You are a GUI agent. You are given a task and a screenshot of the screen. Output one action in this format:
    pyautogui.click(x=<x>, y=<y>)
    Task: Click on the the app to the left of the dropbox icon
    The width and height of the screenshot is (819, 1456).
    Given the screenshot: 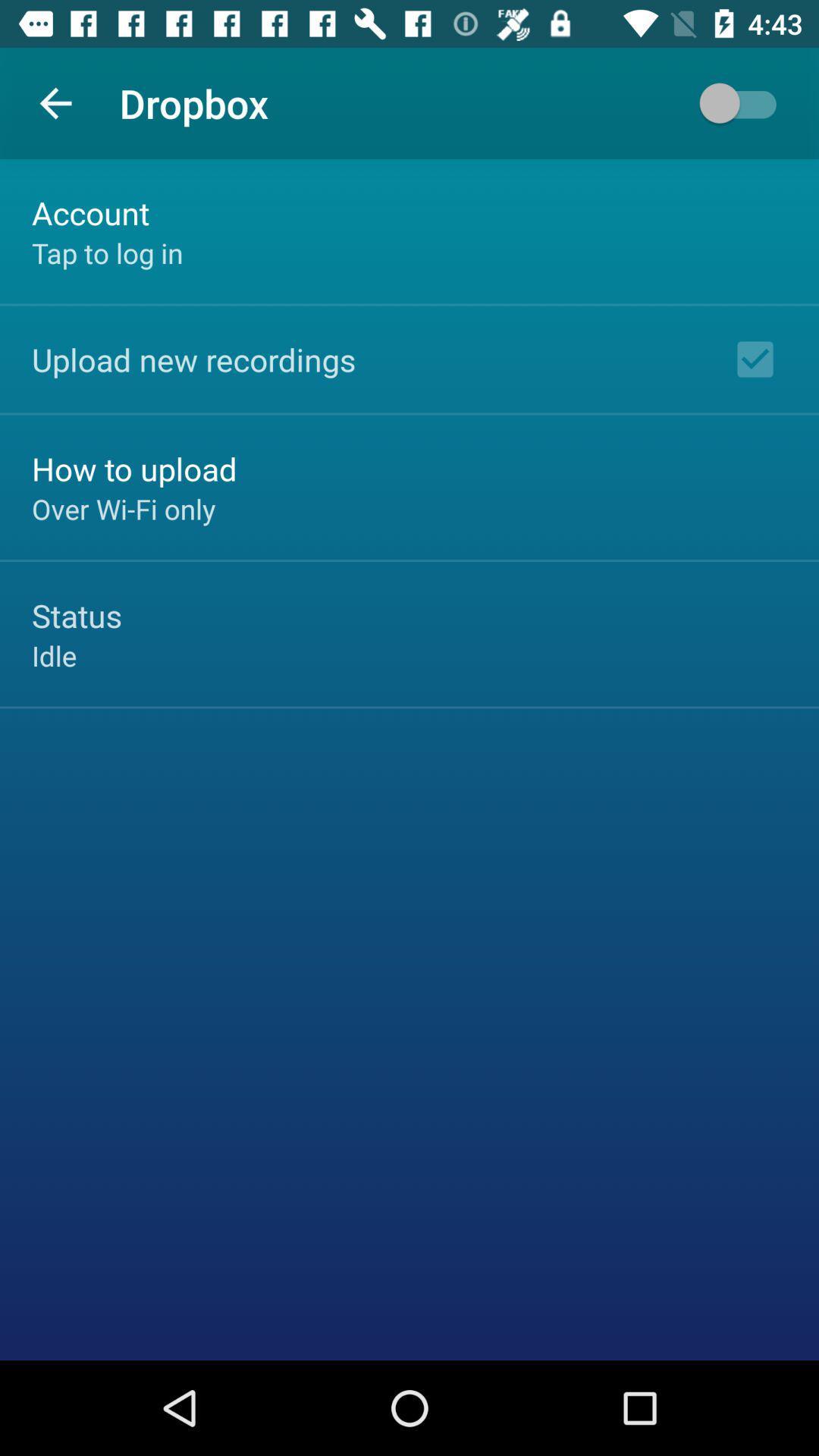 What is the action you would take?
    pyautogui.click(x=55, y=102)
    